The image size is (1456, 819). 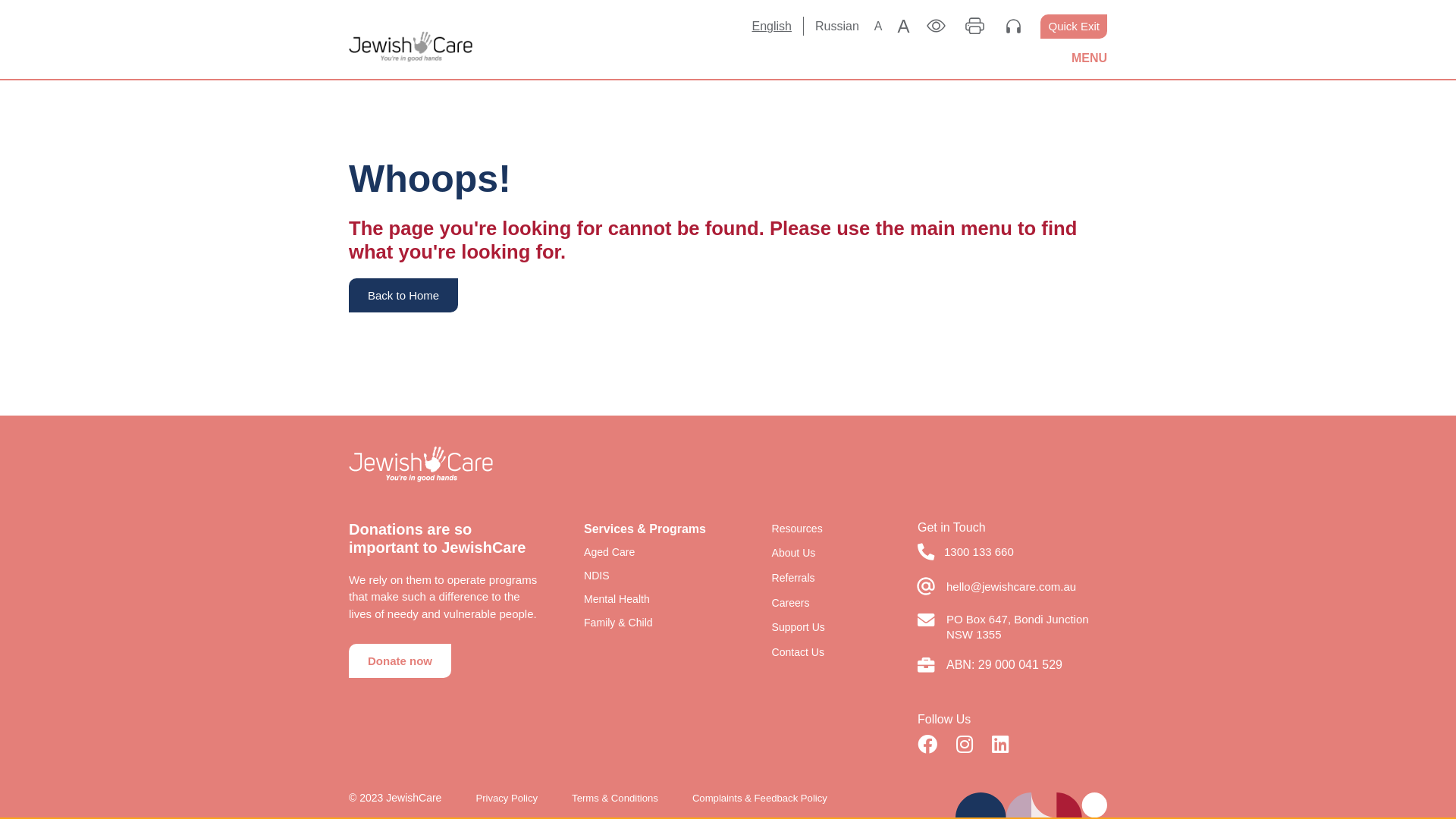 I want to click on '1300 133 660', so click(x=979, y=551).